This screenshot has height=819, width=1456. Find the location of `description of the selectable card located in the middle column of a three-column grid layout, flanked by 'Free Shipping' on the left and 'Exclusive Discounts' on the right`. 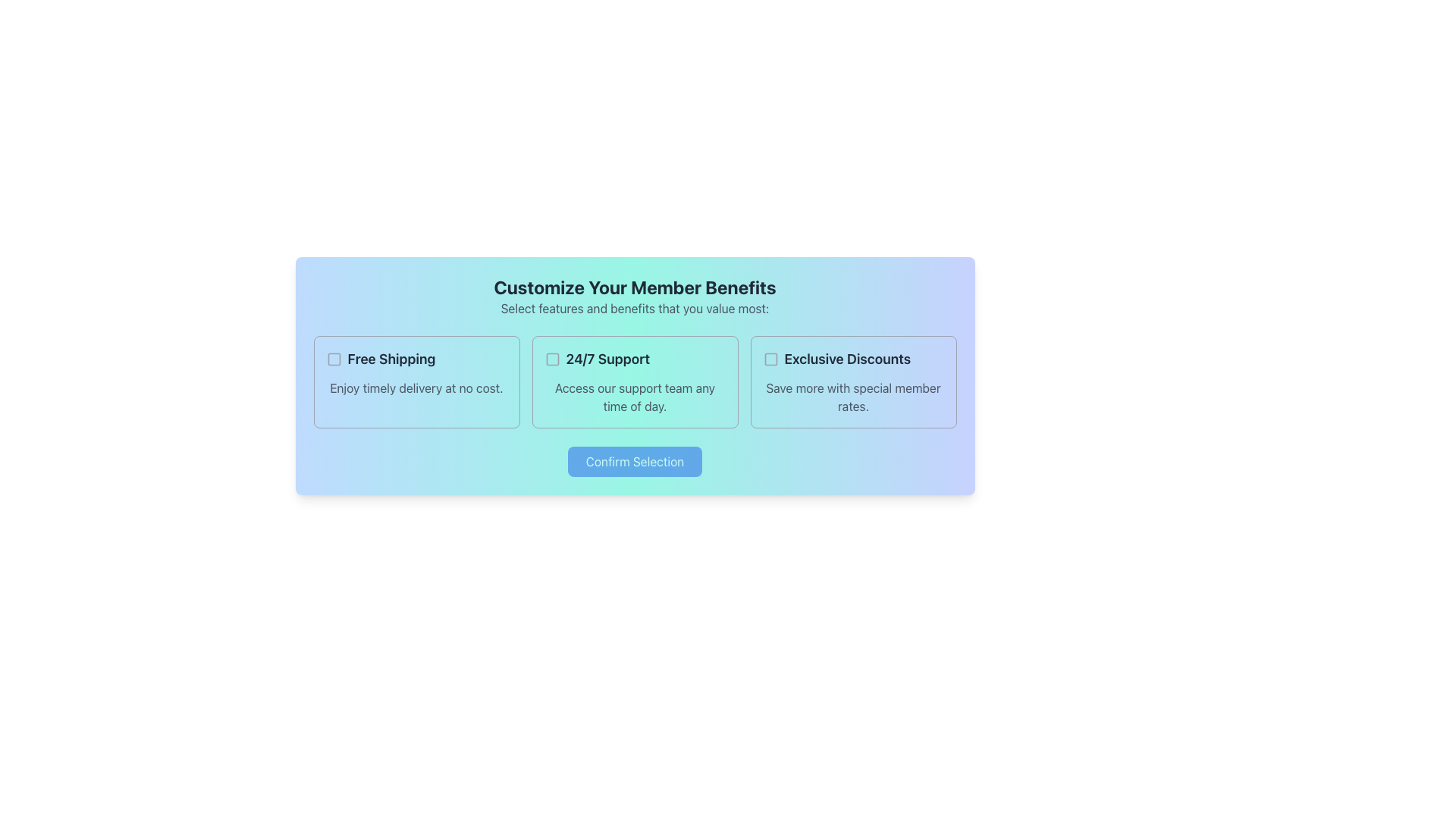

description of the selectable card located in the middle column of a three-column grid layout, flanked by 'Free Shipping' on the left and 'Exclusive Discounts' on the right is located at coordinates (635, 381).